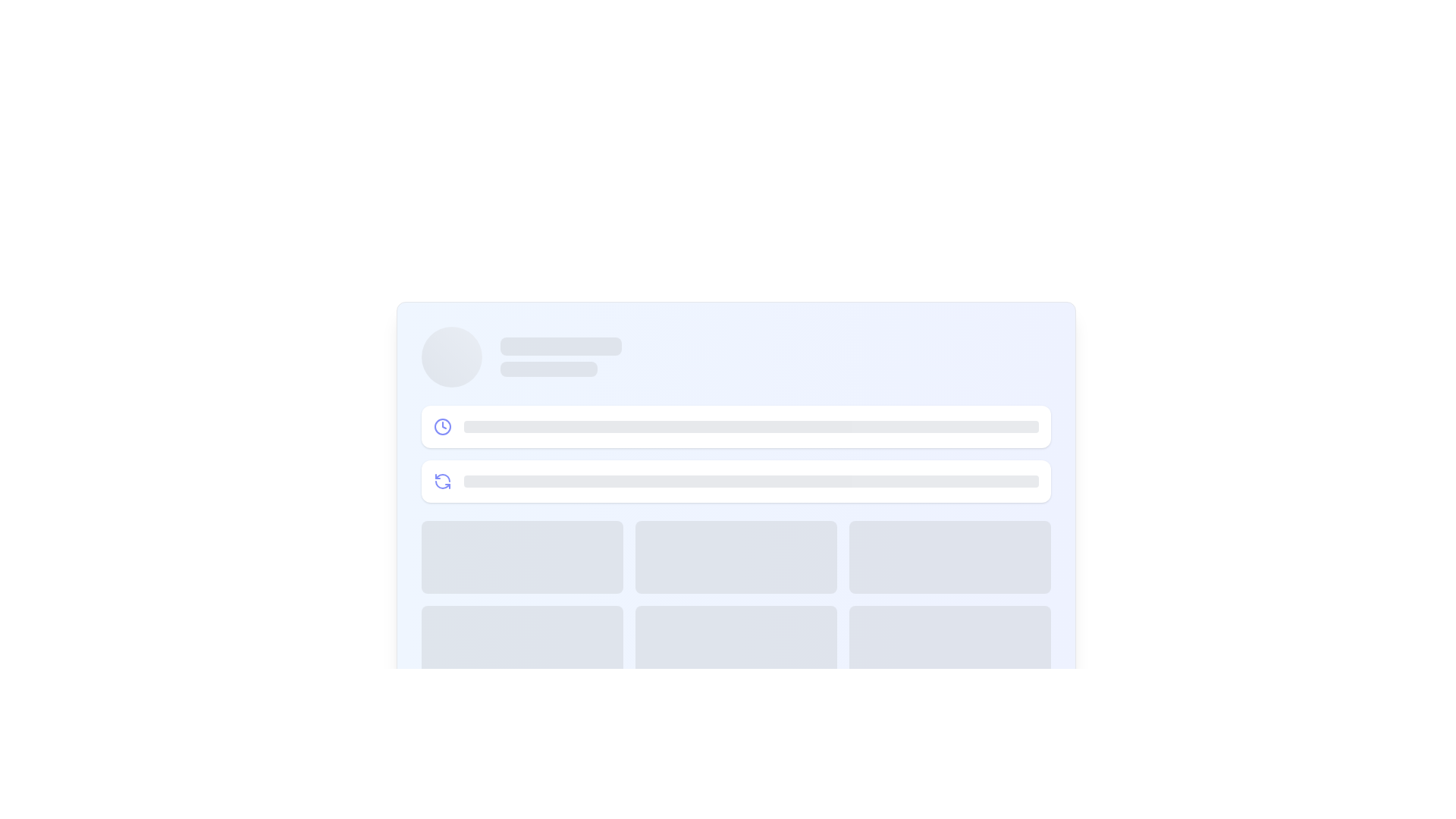  I want to click on the Placeholder block with loading animation located at the bottom-right of a 3x2 grid layout, which is the sixth item overall, so click(949, 642).